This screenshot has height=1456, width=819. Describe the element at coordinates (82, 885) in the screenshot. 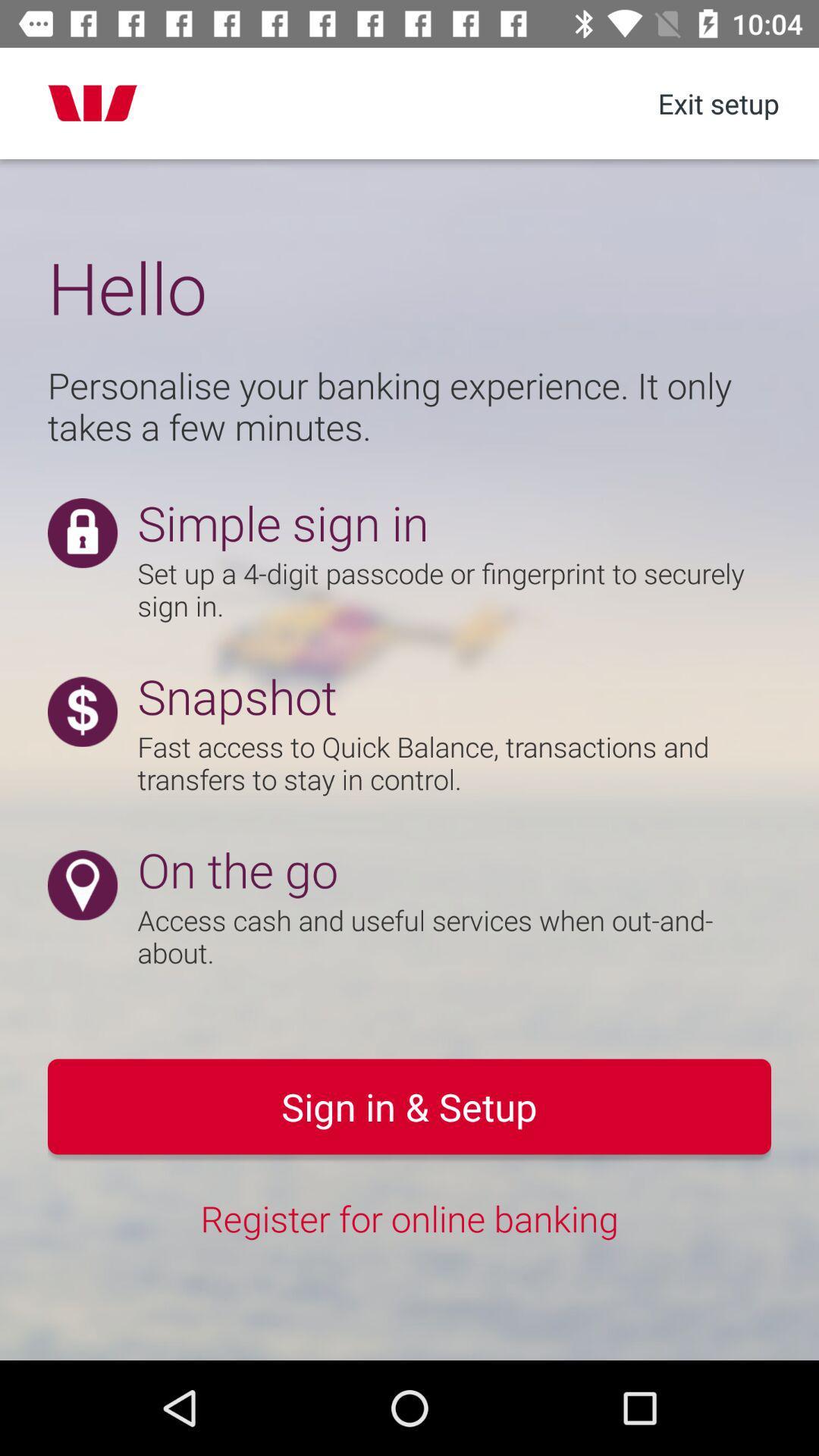

I see `the location icon below snapshot` at that location.